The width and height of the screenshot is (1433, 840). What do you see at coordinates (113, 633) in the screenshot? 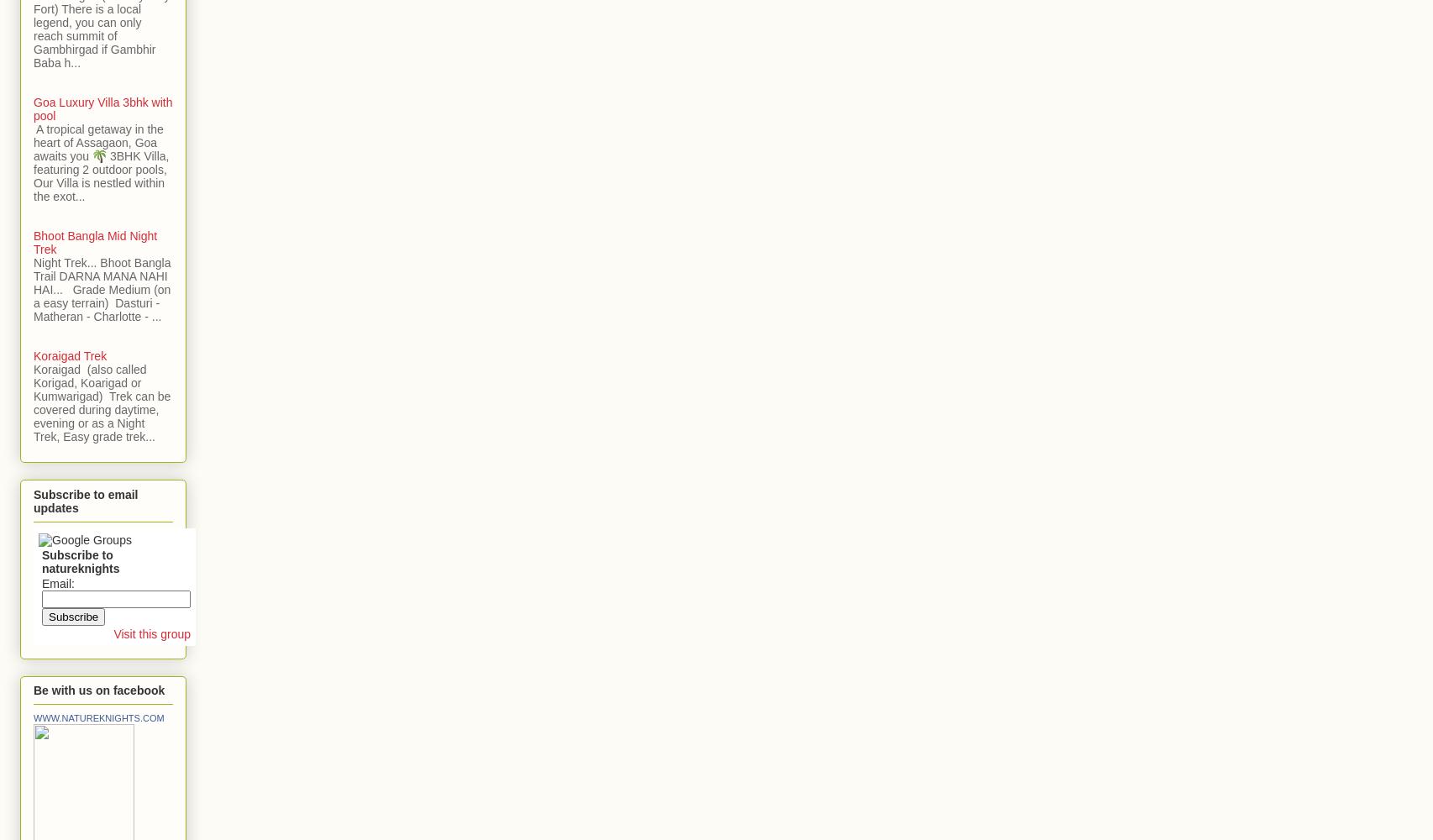
I see `'Visit this group'` at bounding box center [113, 633].